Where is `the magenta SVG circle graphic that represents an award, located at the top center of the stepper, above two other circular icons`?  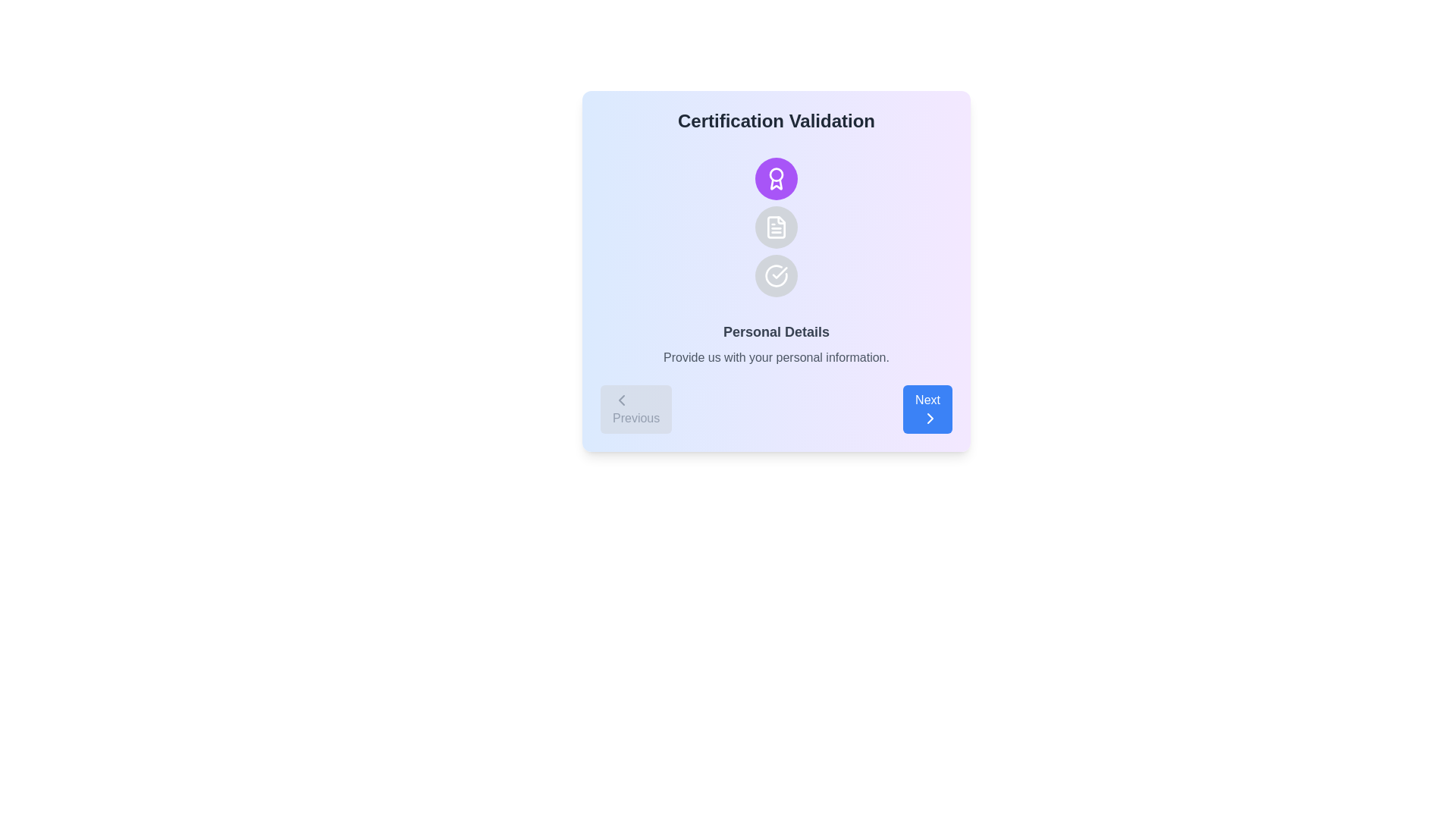 the magenta SVG circle graphic that represents an award, located at the top center of the stepper, above two other circular icons is located at coordinates (776, 174).